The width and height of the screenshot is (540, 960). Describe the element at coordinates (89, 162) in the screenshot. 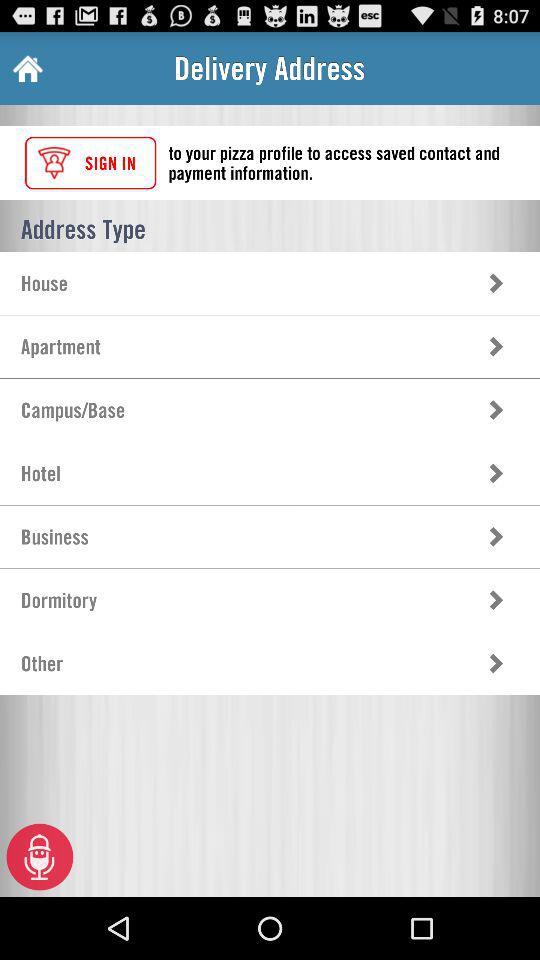

I see `sign in` at that location.